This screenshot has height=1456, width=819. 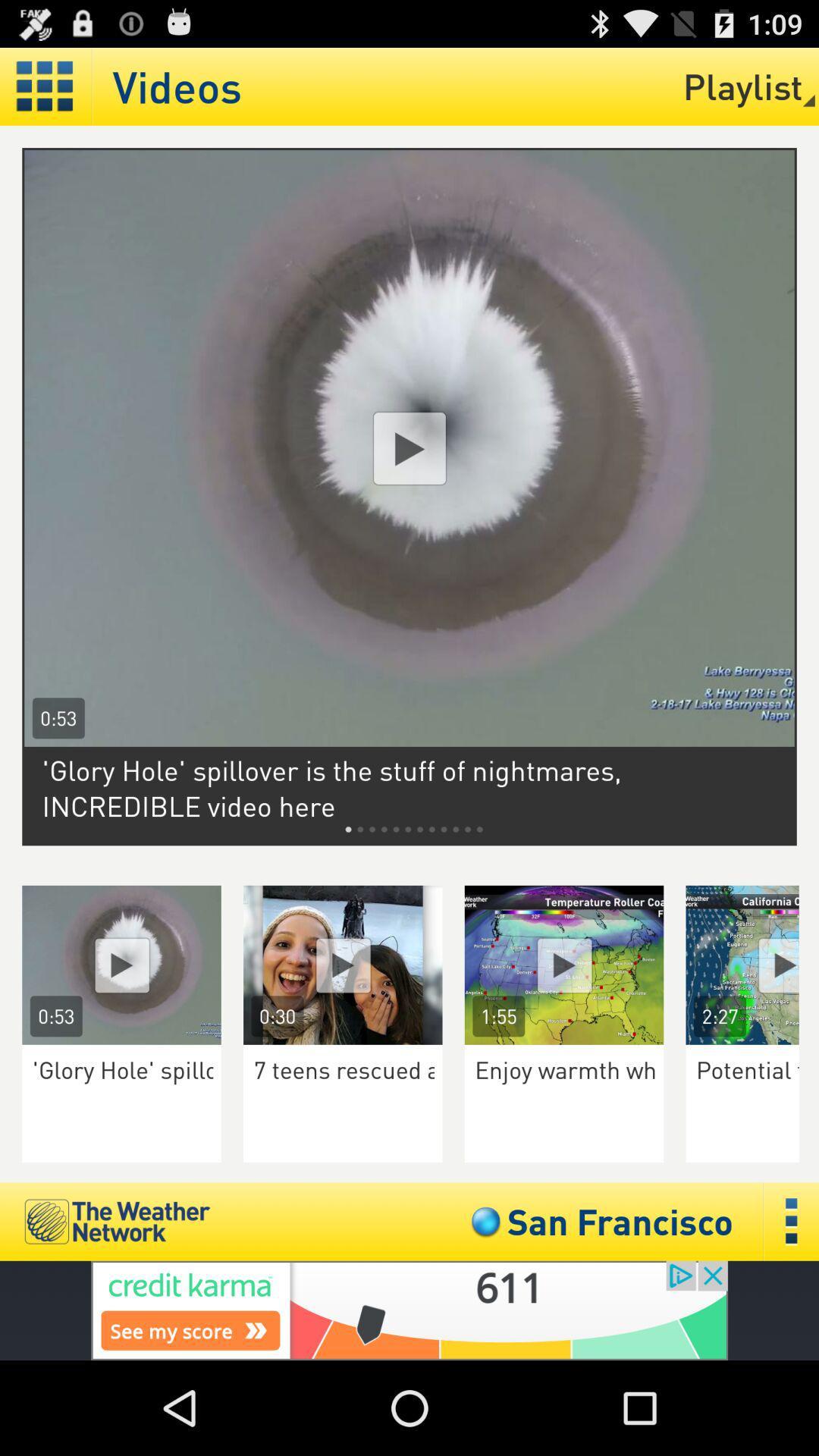 What do you see at coordinates (752, 964) in the screenshot?
I see `selecting the potential video` at bounding box center [752, 964].